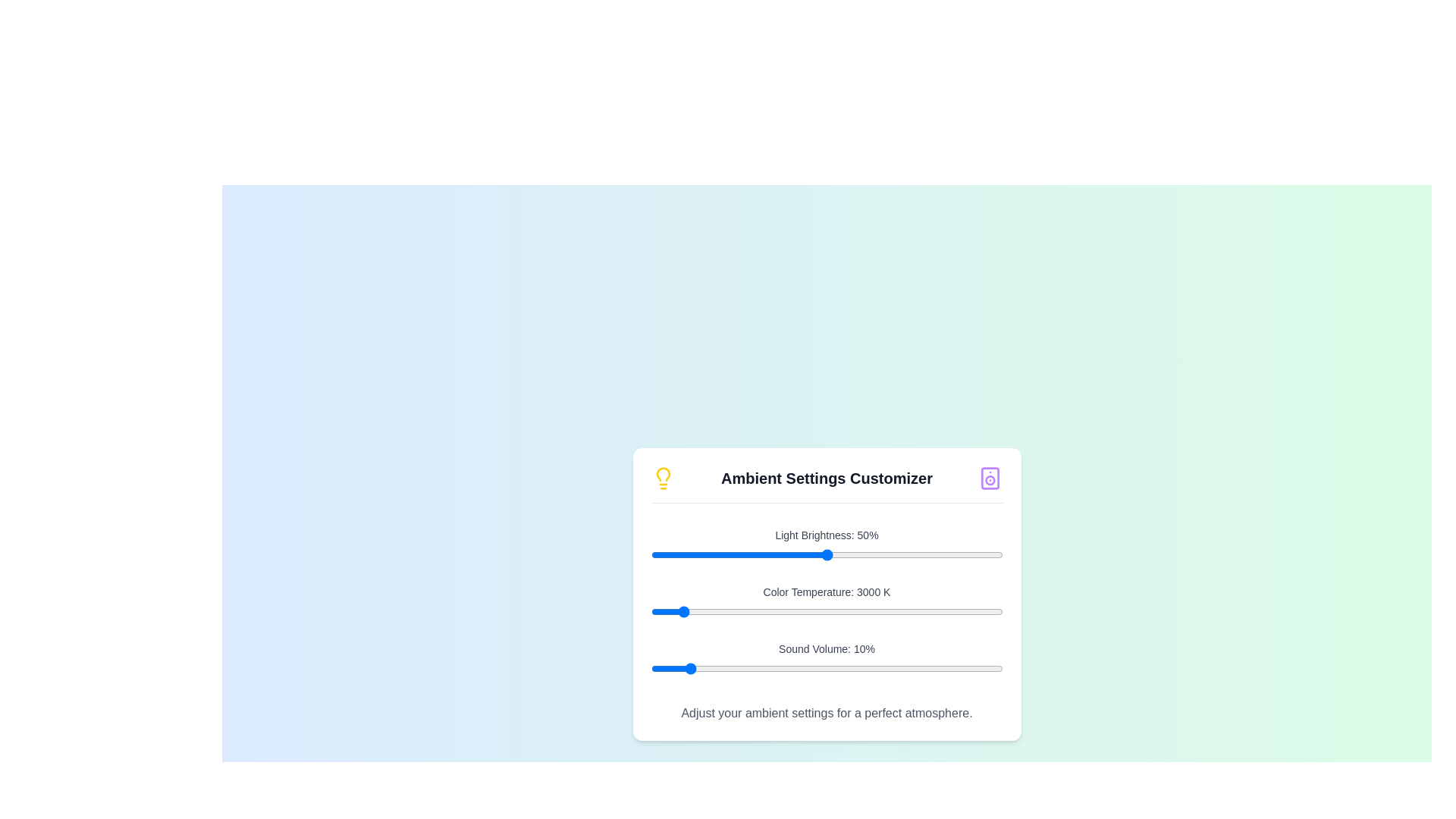  I want to click on the color temperature, so click(661, 610).